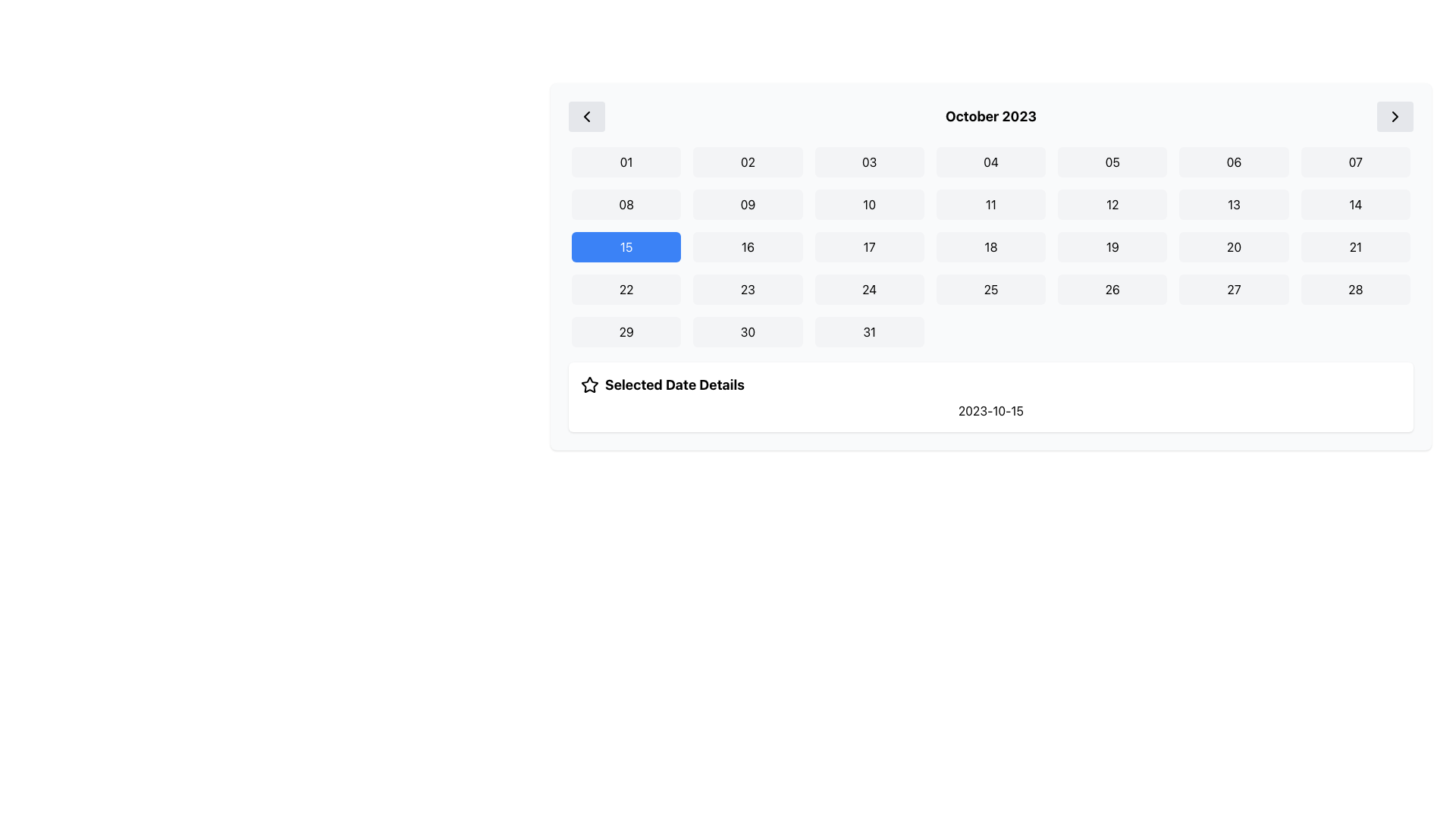 This screenshot has width=1456, height=819. What do you see at coordinates (748, 205) in the screenshot?
I see `the button labeled '09' with rounded corners and a light gray background` at bounding box center [748, 205].